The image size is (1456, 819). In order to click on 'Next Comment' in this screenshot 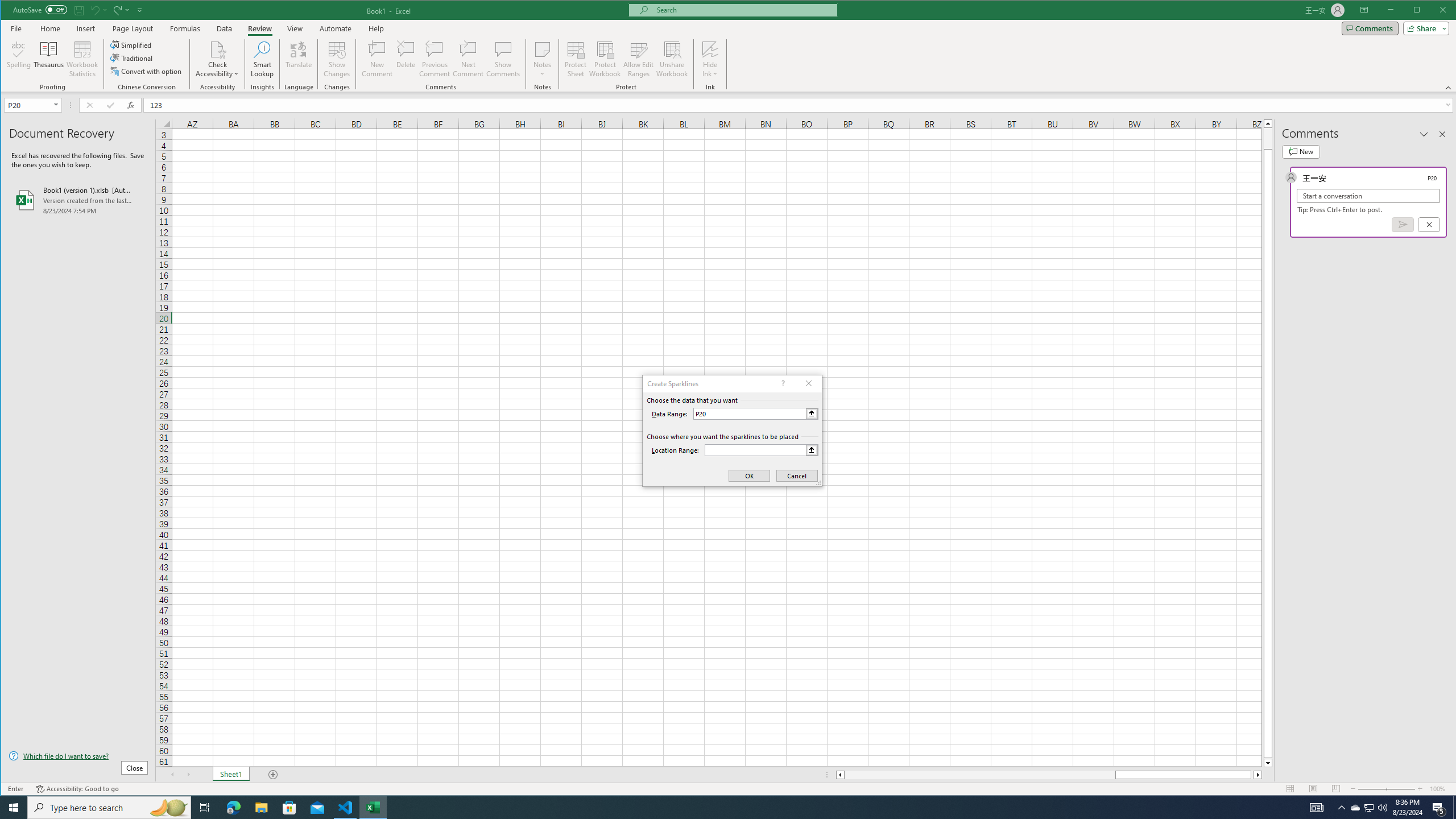, I will do `click(468, 59)`.